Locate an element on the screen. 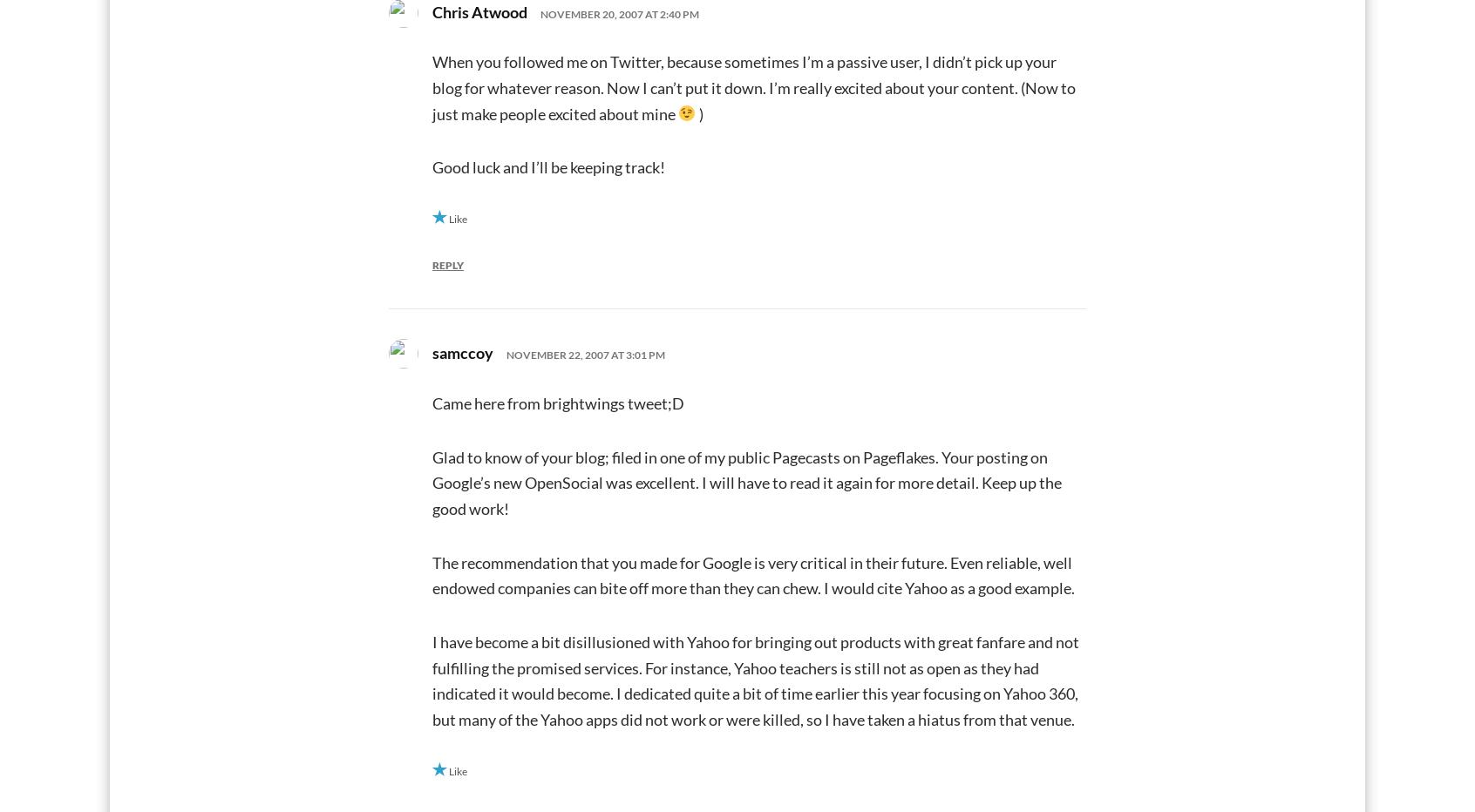  'November 22, 2007 at 3:01 pm' is located at coordinates (586, 354).